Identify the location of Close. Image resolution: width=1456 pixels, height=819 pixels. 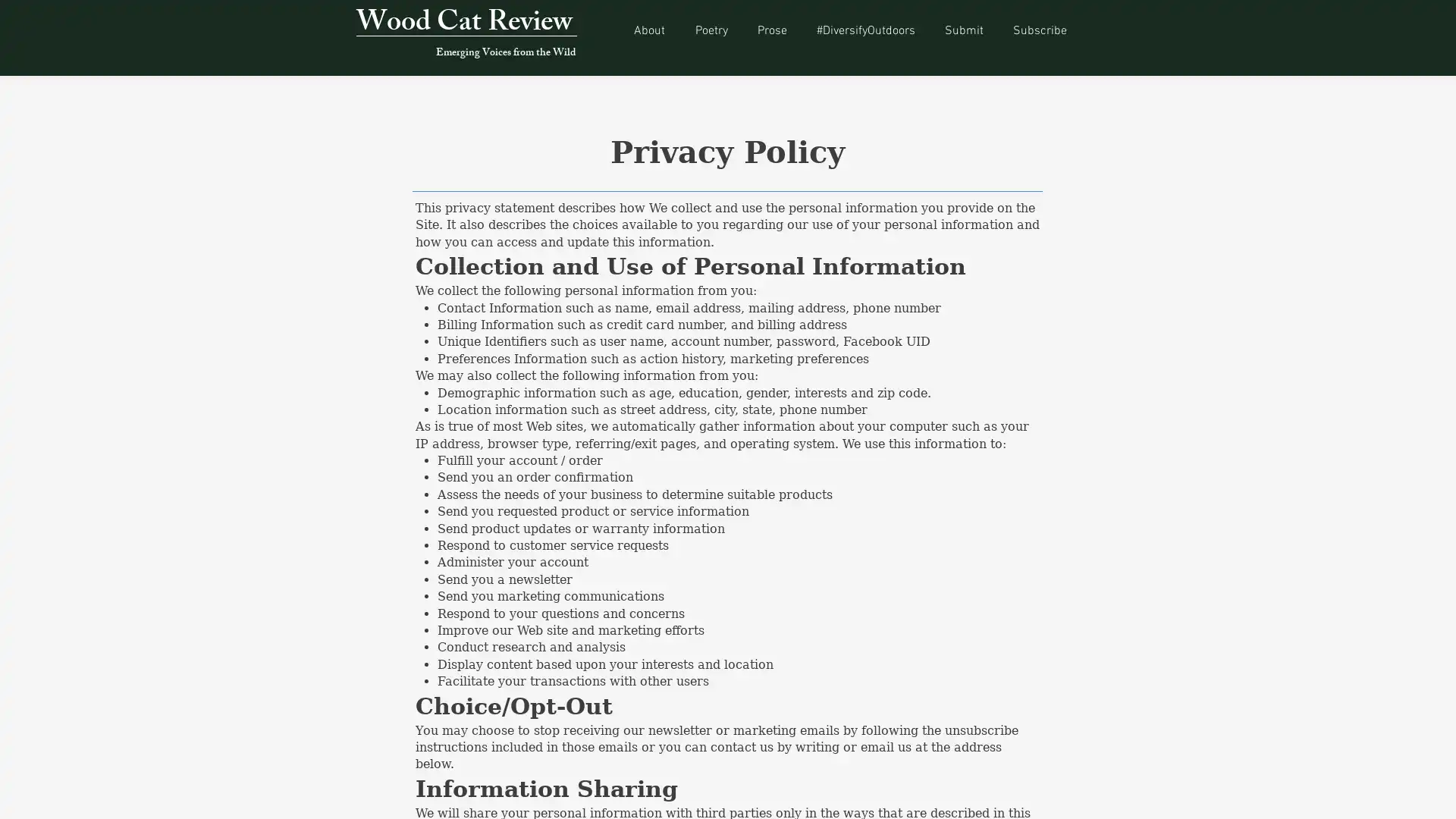
(1437, 794).